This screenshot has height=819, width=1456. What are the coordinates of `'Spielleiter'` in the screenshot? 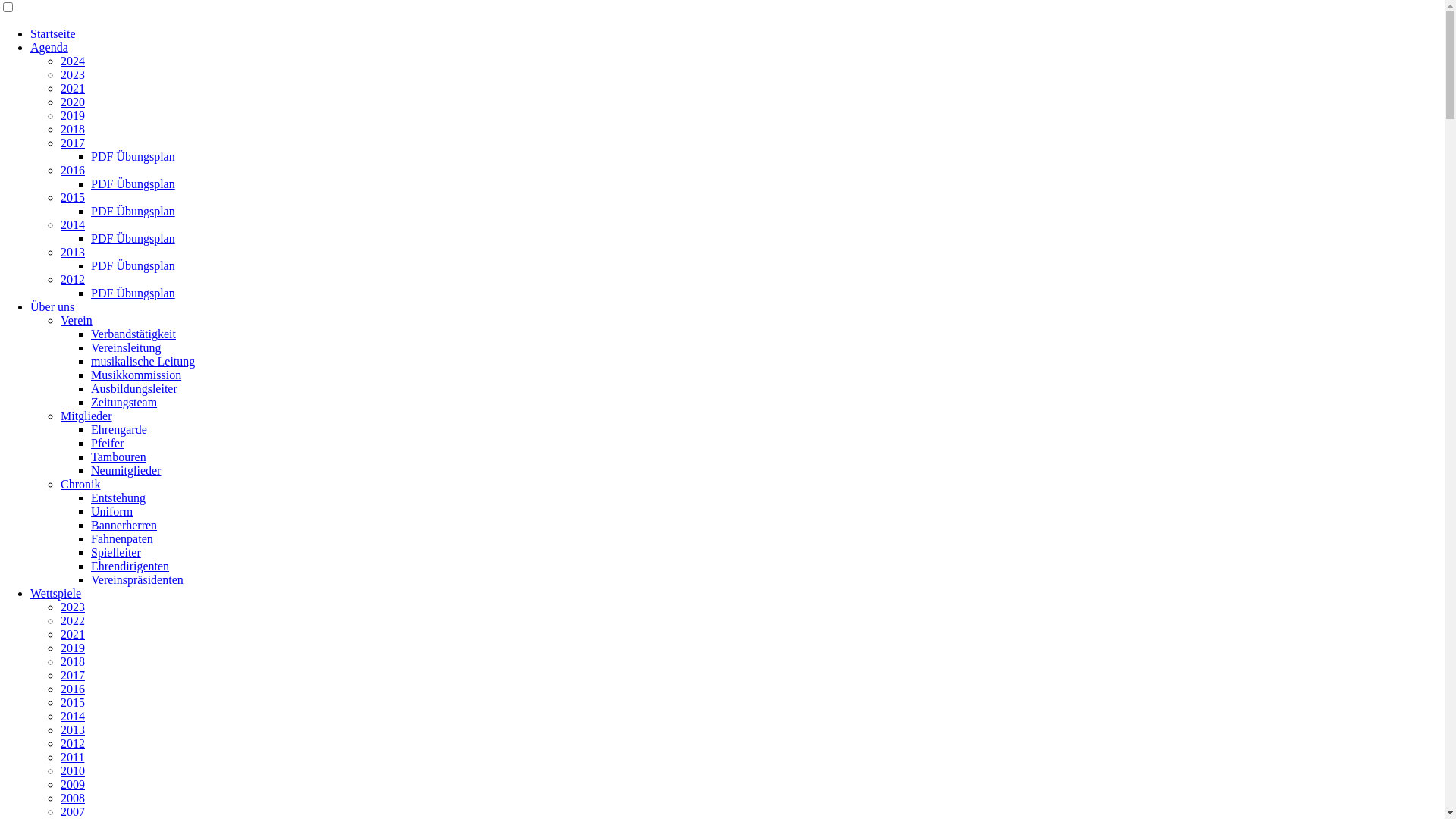 It's located at (115, 552).